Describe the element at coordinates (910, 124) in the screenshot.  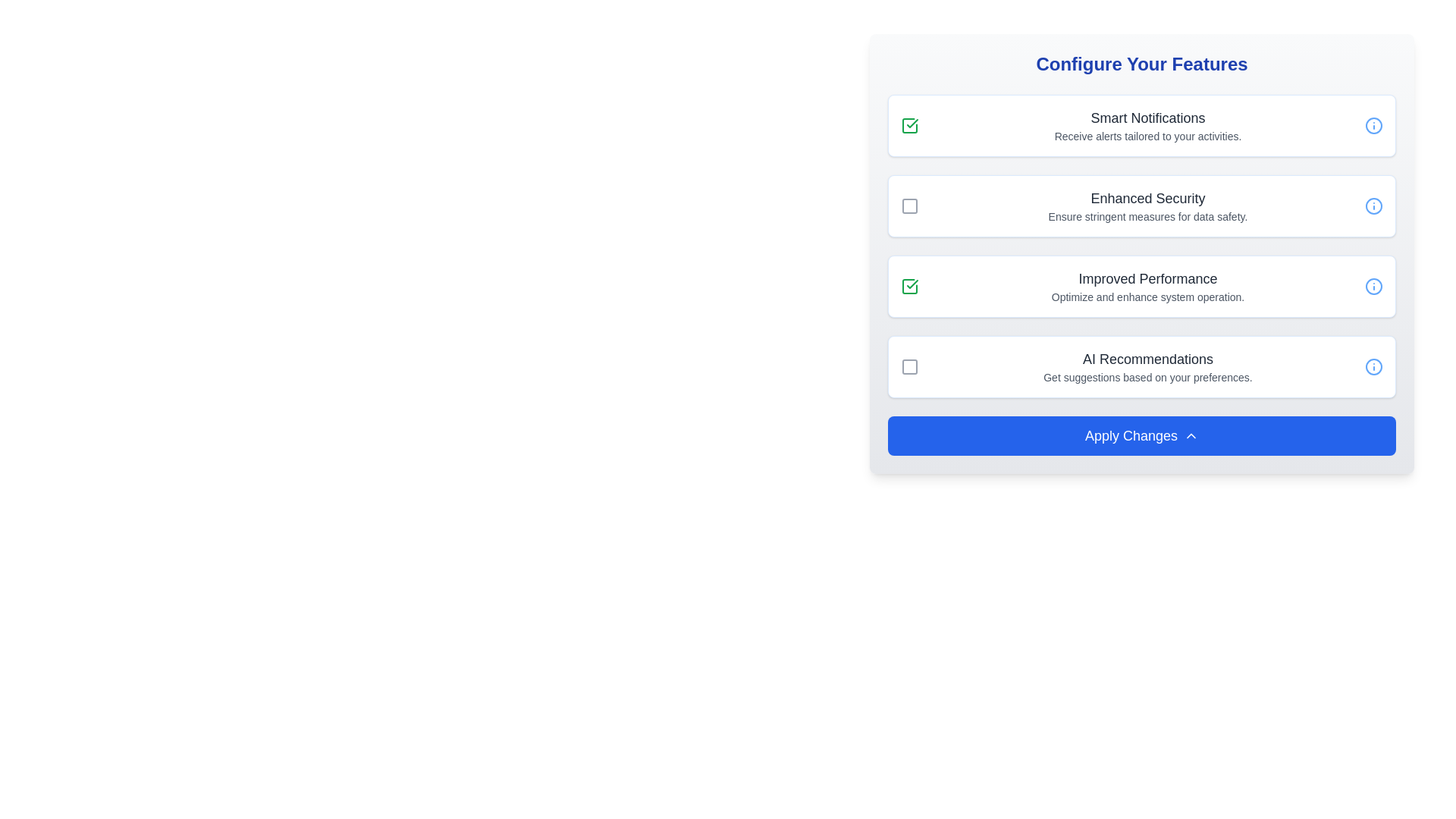
I see `the green square checkbox with a white center and checkmark inside, located in the 'Configure Your Features' panel next to 'Smart Notifications'` at that location.